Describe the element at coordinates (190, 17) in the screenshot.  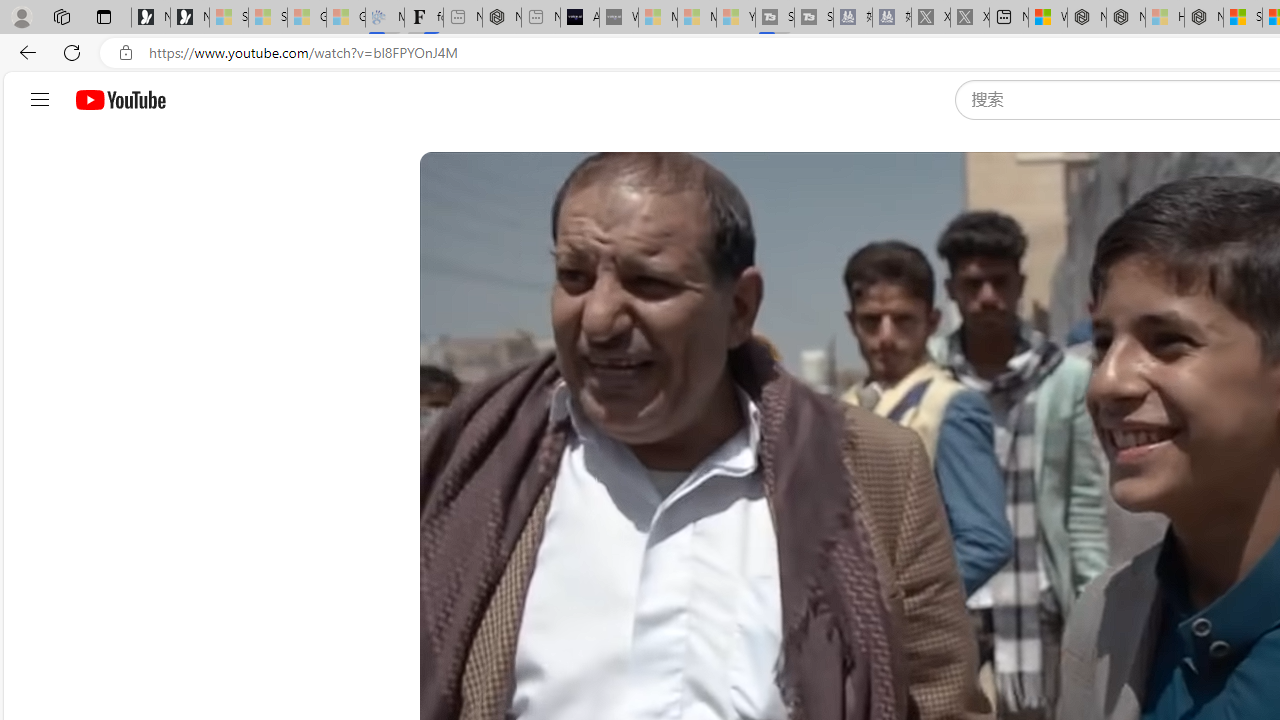
I see `'Newsletter Sign Up'` at that location.